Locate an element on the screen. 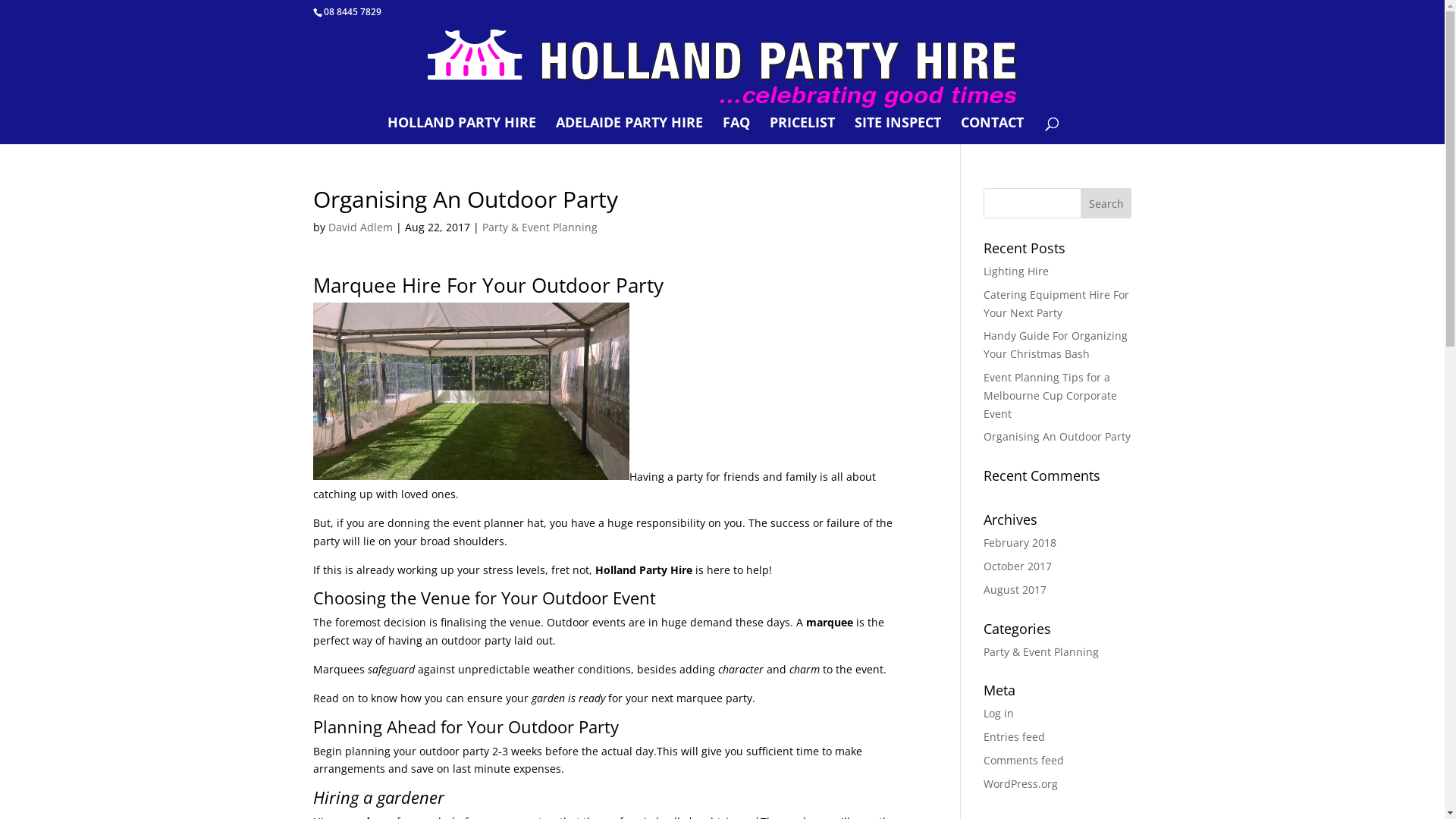  'Event Planning Tips for a Melbourne Cup Corporate Event' is located at coordinates (1050, 394).